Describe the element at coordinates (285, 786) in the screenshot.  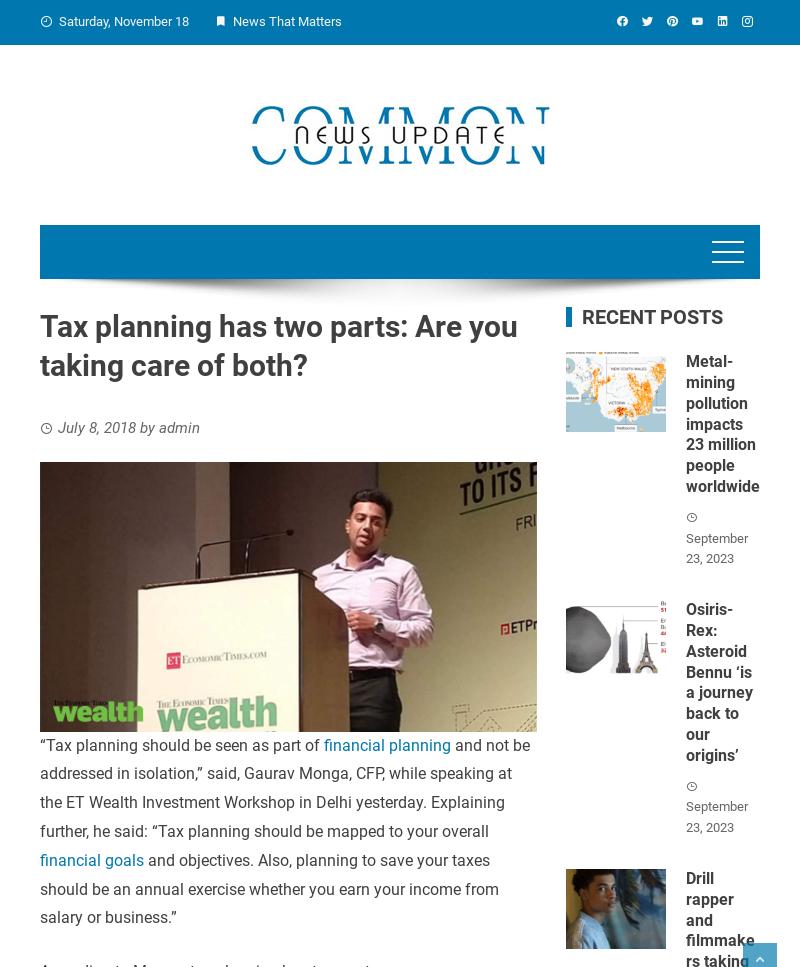
I see `'and not be addressed in isolation,” said, Gaurav Monga, CFP, while speaking at the ET Wealth Investment Workshop in Delhi yesterday. Explaining further, he said: “Tax planning should be mapped to your overall'` at that location.